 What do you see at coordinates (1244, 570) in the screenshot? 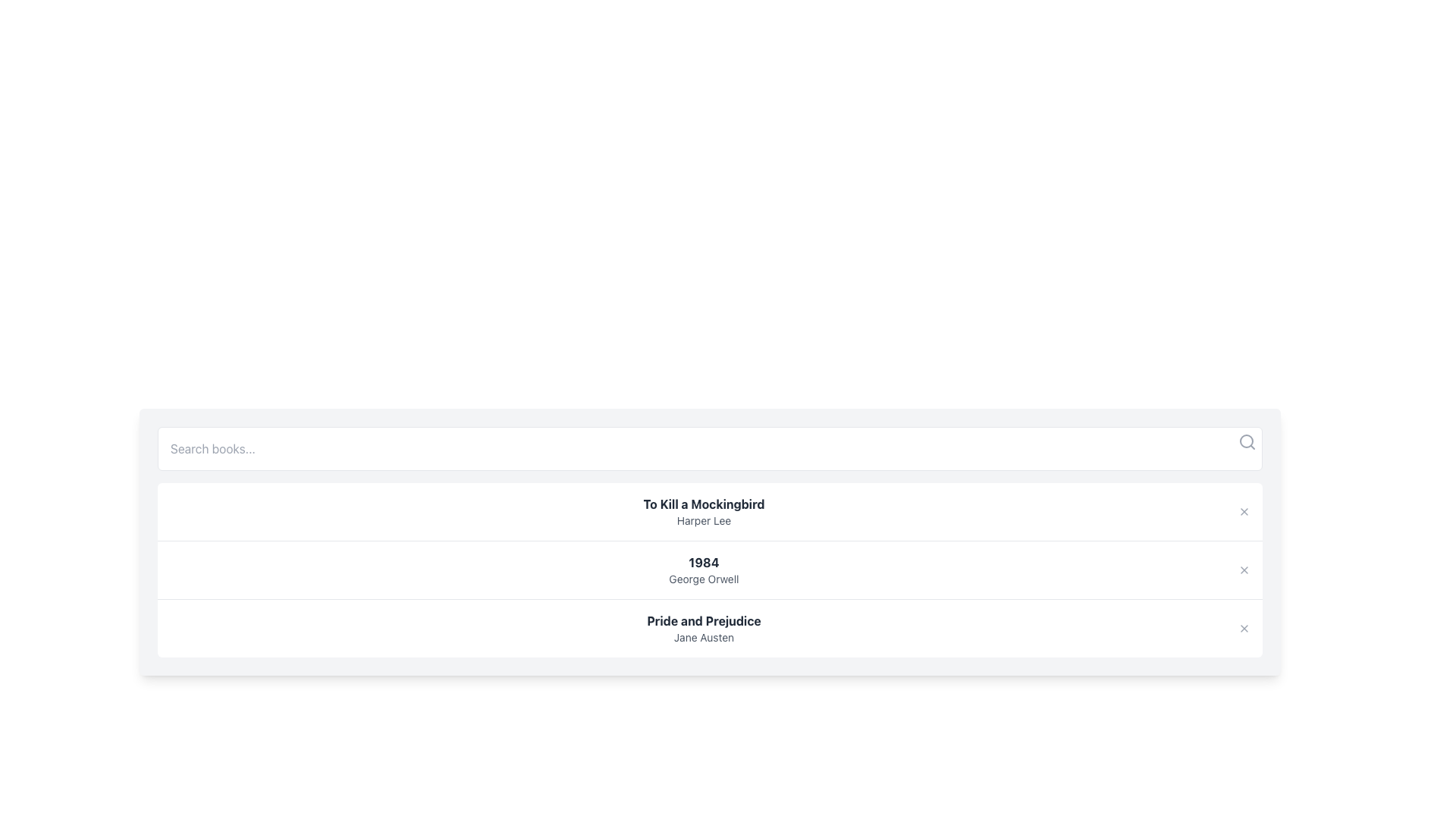
I see `the close icon` at bounding box center [1244, 570].